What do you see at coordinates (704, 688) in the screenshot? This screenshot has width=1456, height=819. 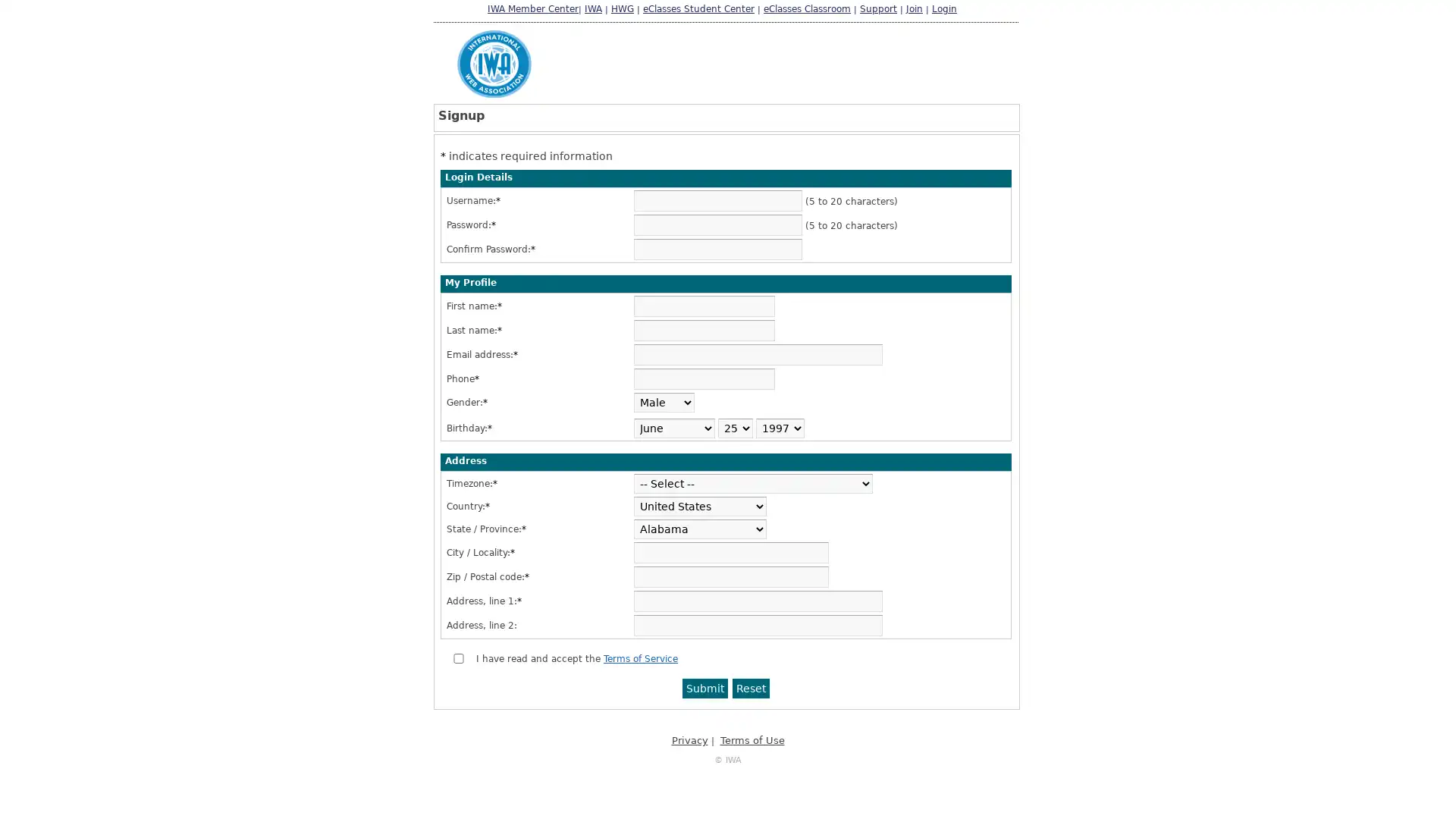 I see `Submit` at bounding box center [704, 688].